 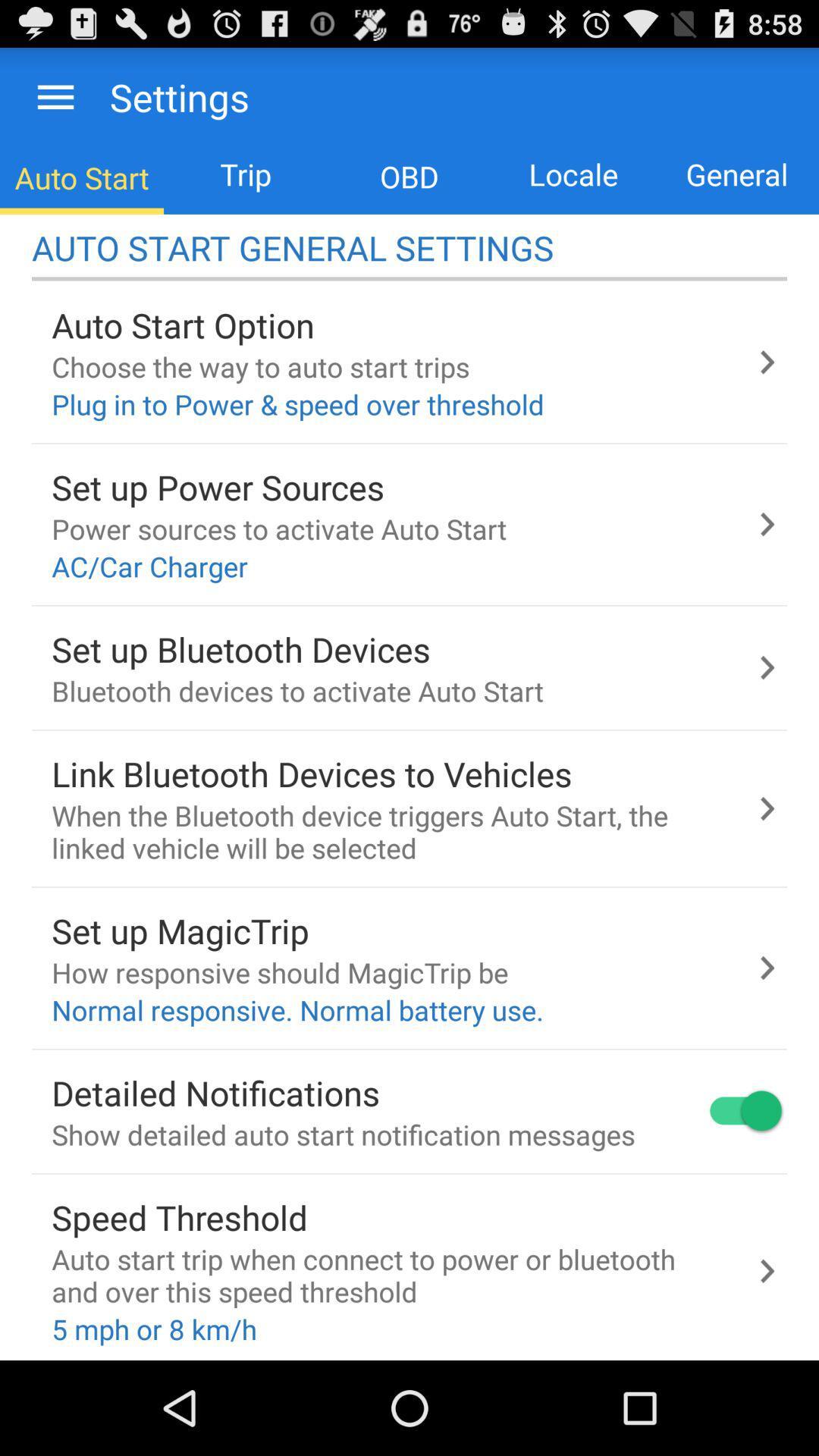 What do you see at coordinates (767, 667) in the screenshot?
I see `third arrow from the top in settings` at bounding box center [767, 667].